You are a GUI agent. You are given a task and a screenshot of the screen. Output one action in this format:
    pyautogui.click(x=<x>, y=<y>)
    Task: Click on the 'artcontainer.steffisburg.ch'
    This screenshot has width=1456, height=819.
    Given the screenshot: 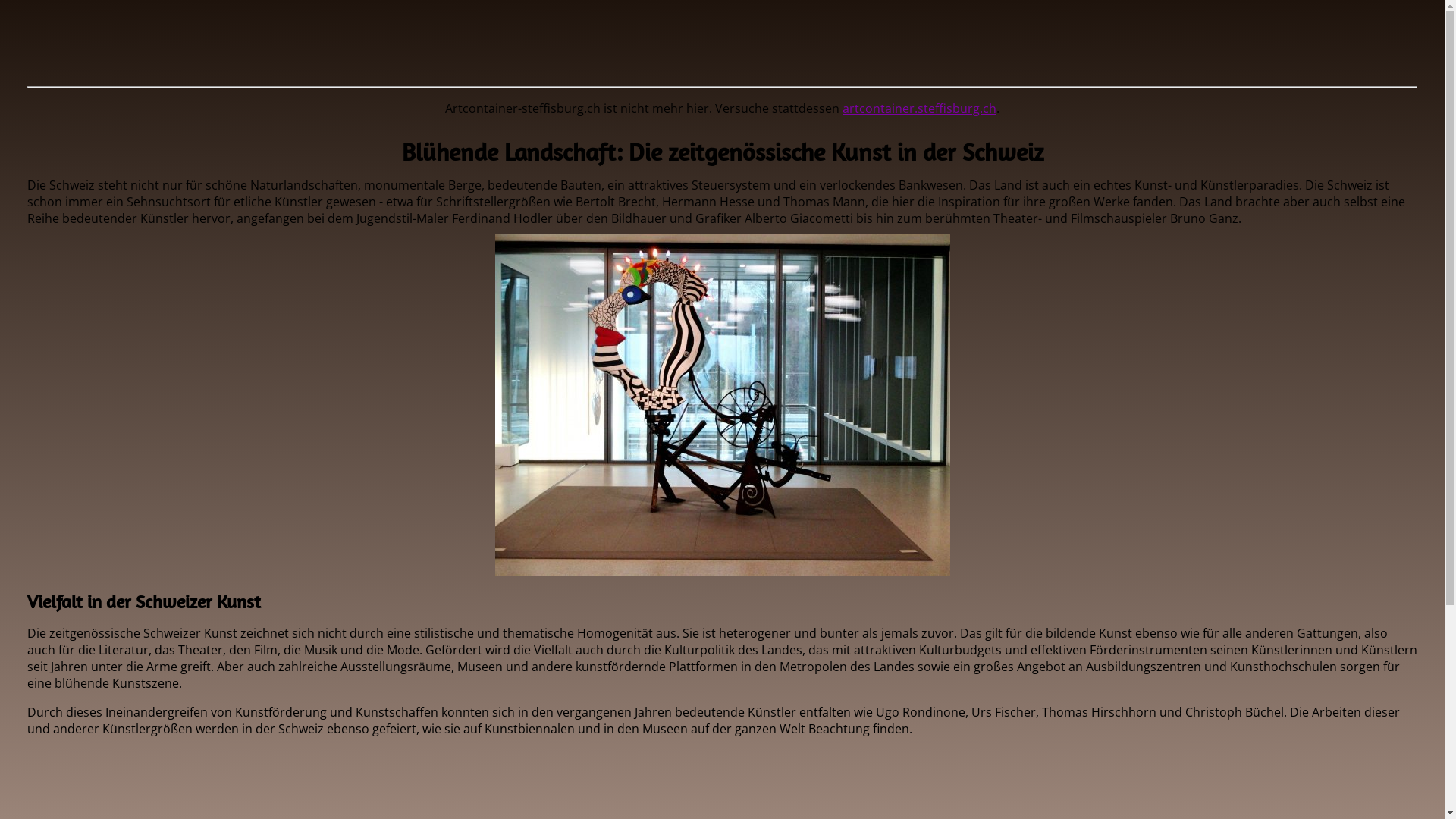 What is the action you would take?
    pyautogui.click(x=918, y=107)
    